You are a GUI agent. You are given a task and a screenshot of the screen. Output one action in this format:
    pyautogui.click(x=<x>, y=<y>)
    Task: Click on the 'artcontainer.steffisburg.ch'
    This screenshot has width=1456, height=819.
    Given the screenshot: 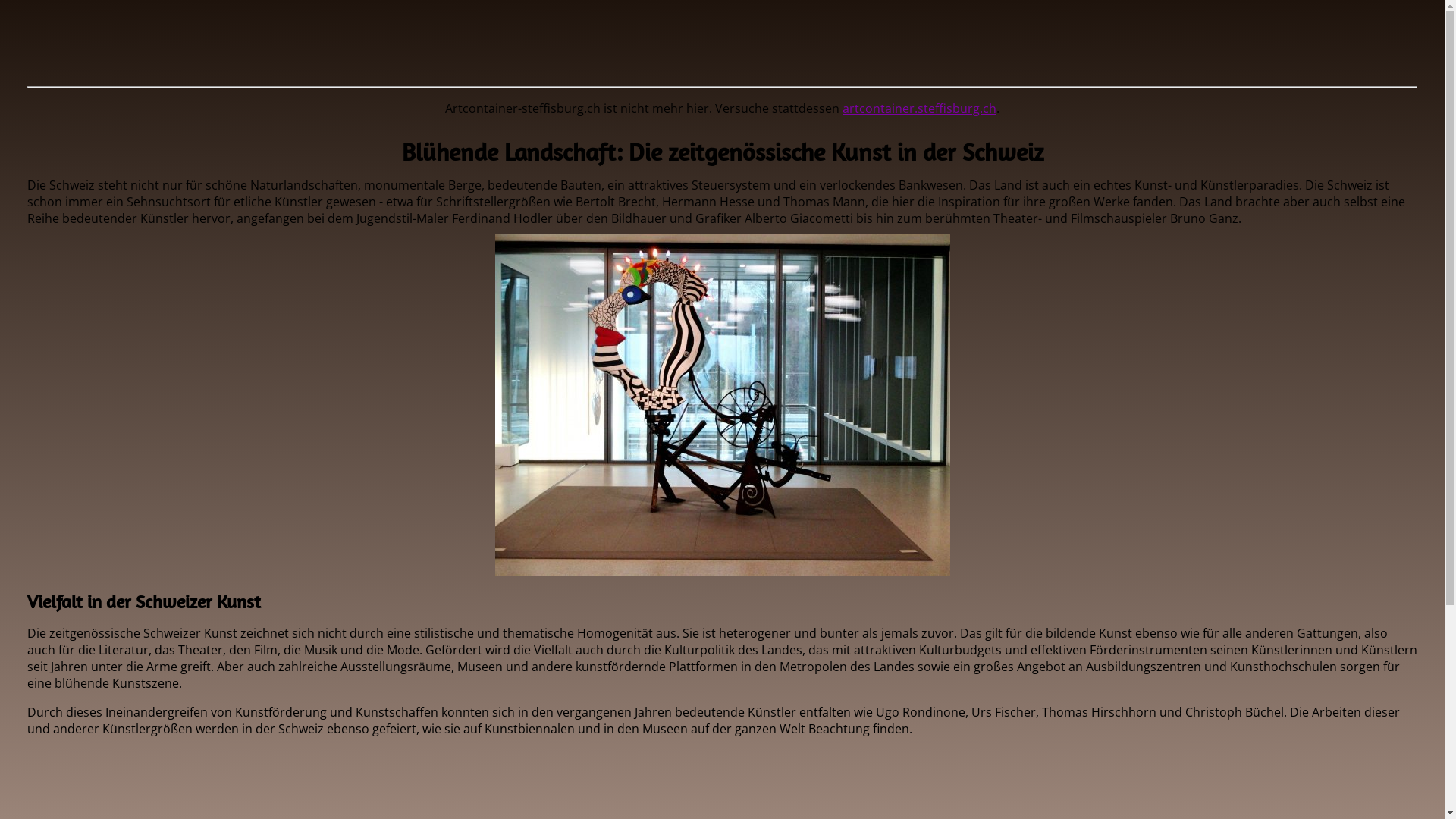 What is the action you would take?
    pyautogui.click(x=918, y=107)
    